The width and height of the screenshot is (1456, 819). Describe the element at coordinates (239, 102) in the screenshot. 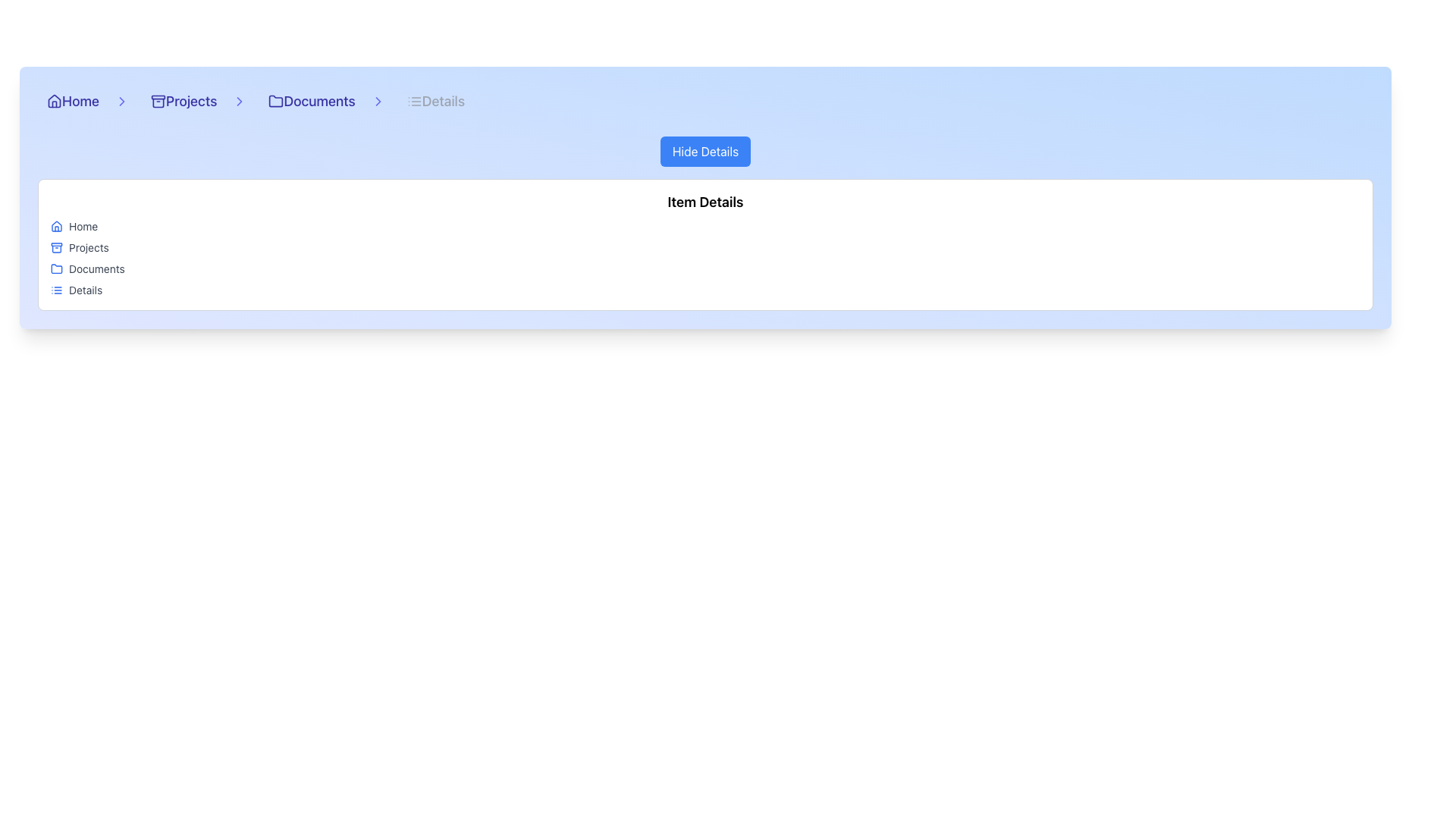

I see `the right-facing chevron icon in the breadcrumb navigation that separates 'Projects' and 'Documents'` at that location.